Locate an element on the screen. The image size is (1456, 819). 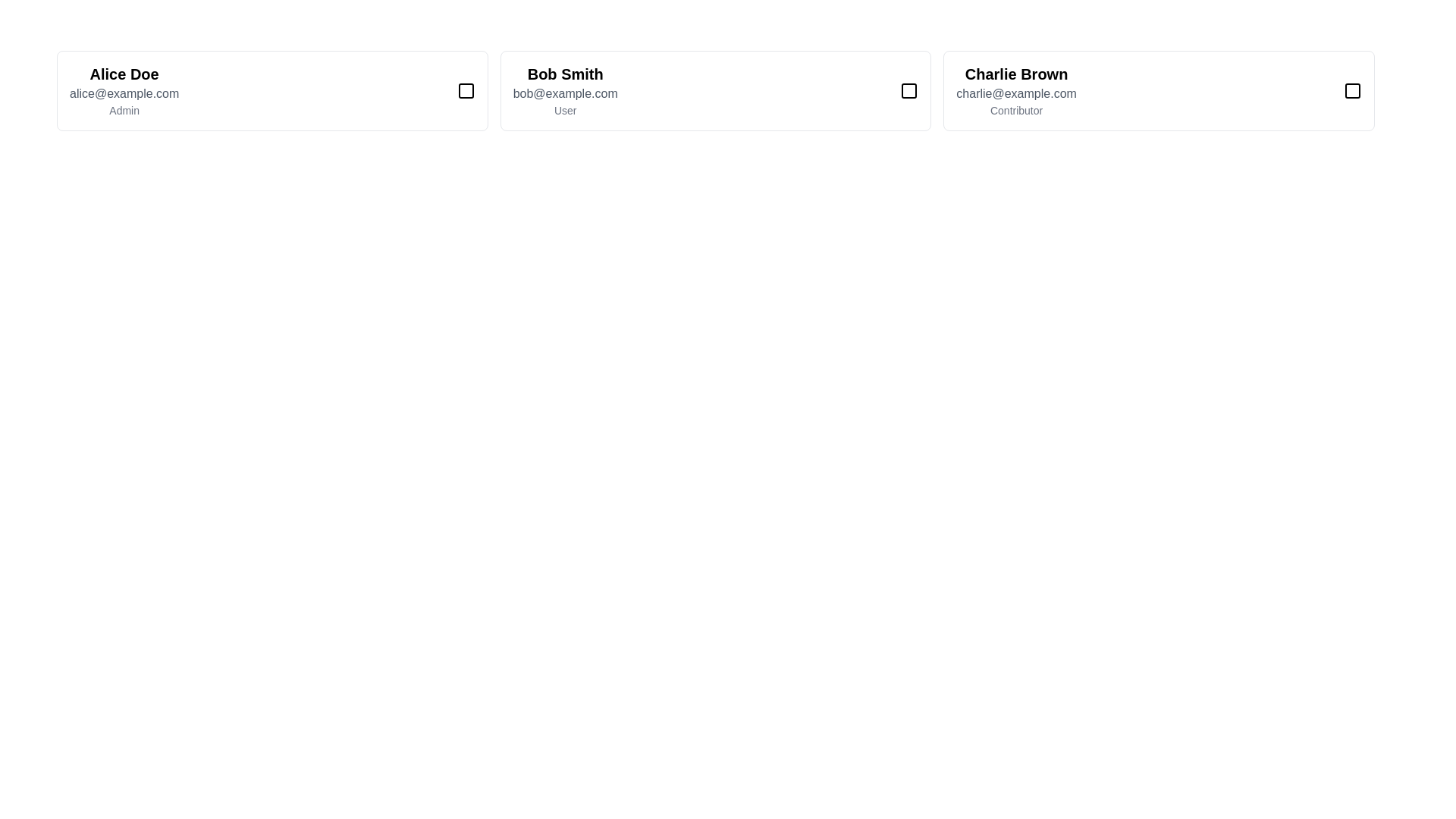
the 'Admin' text label, which is styled in small gray font and positioned at the bottom of a vertical list under the name 'Alice Doe' and the email 'alice@example.com' is located at coordinates (124, 110).